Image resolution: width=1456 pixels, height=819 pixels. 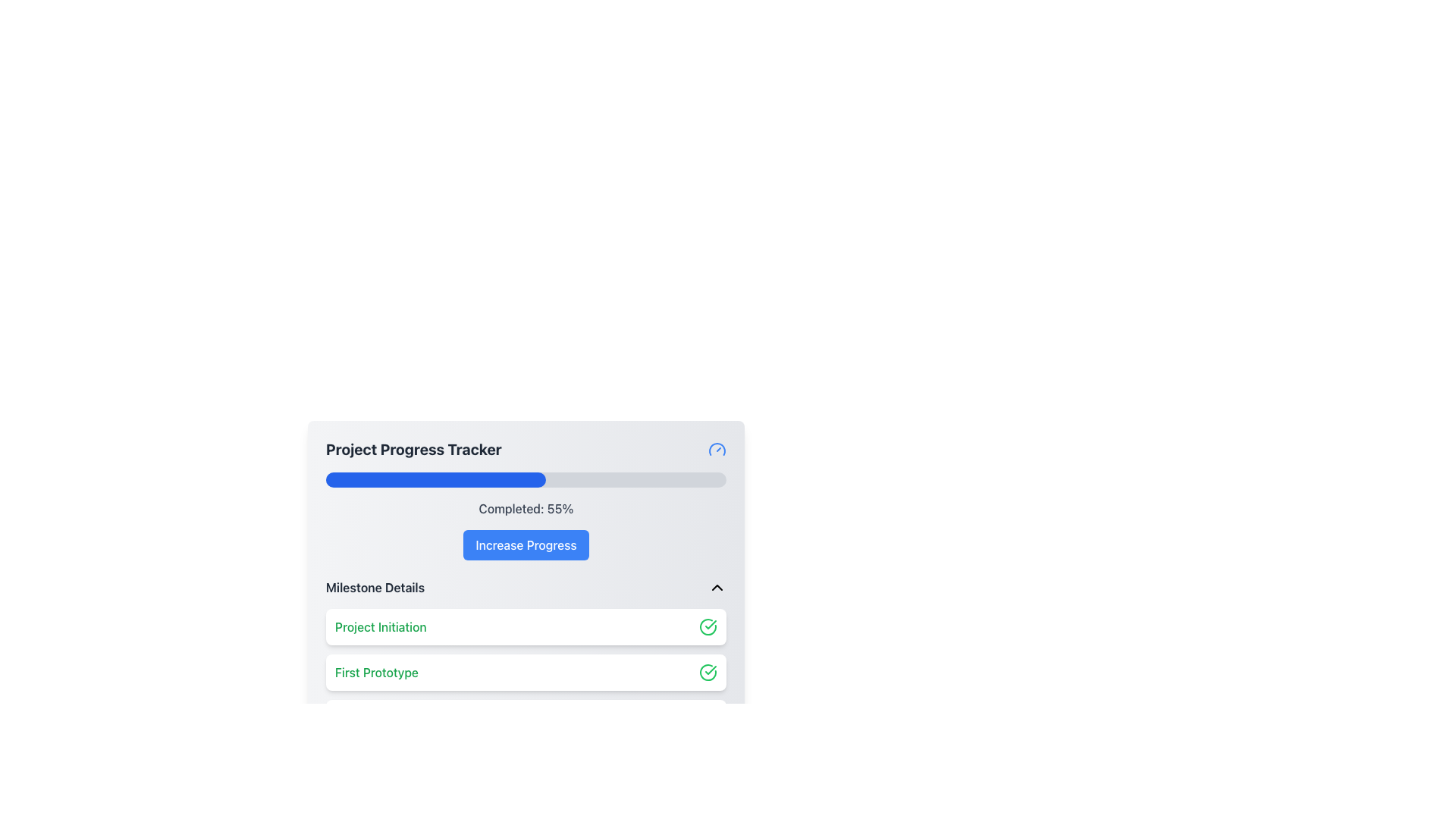 What do you see at coordinates (708, 672) in the screenshot?
I see `the circular vector graphic element that is part of the SVG icon representing progress, located to the right of the 'First Prototype' milestone label in the 'Milestone Details' section` at bounding box center [708, 672].